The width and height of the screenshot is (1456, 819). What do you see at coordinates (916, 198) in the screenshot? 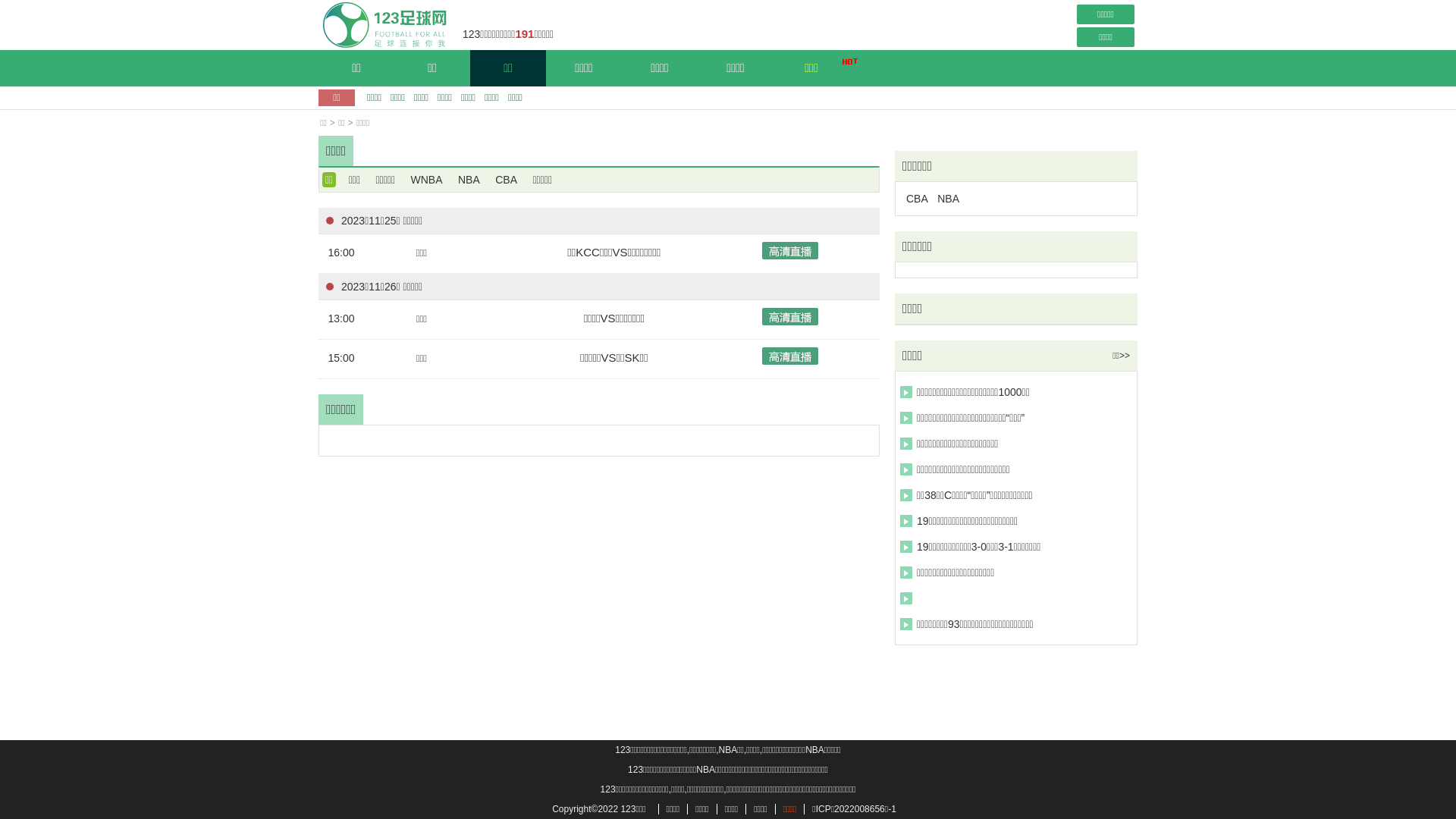
I see `'CBA'` at bounding box center [916, 198].